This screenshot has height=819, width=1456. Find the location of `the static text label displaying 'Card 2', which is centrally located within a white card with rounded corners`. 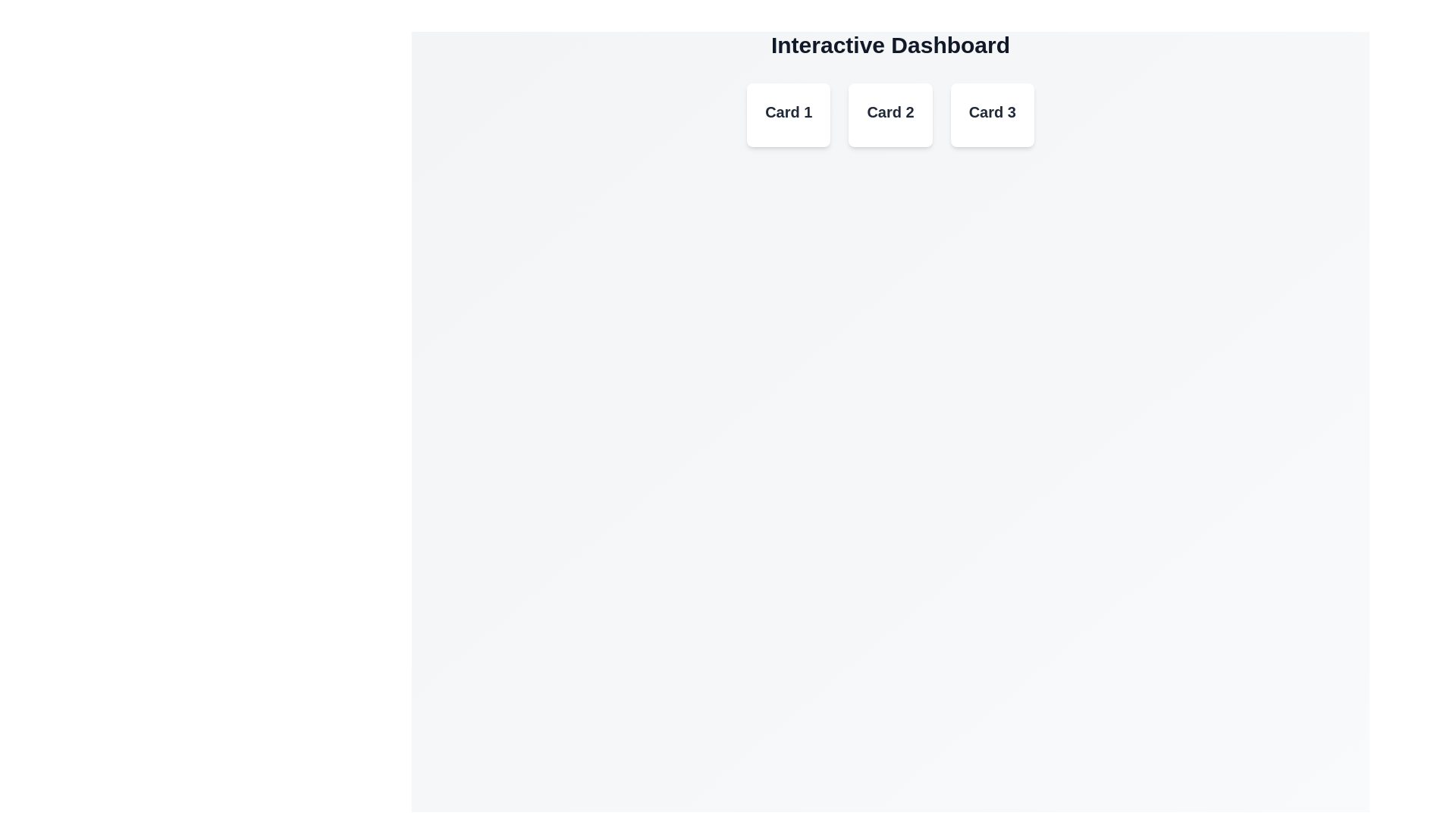

the static text label displaying 'Card 2', which is centrally located within a white card with rounded corners is located at coordinates (890, 111).